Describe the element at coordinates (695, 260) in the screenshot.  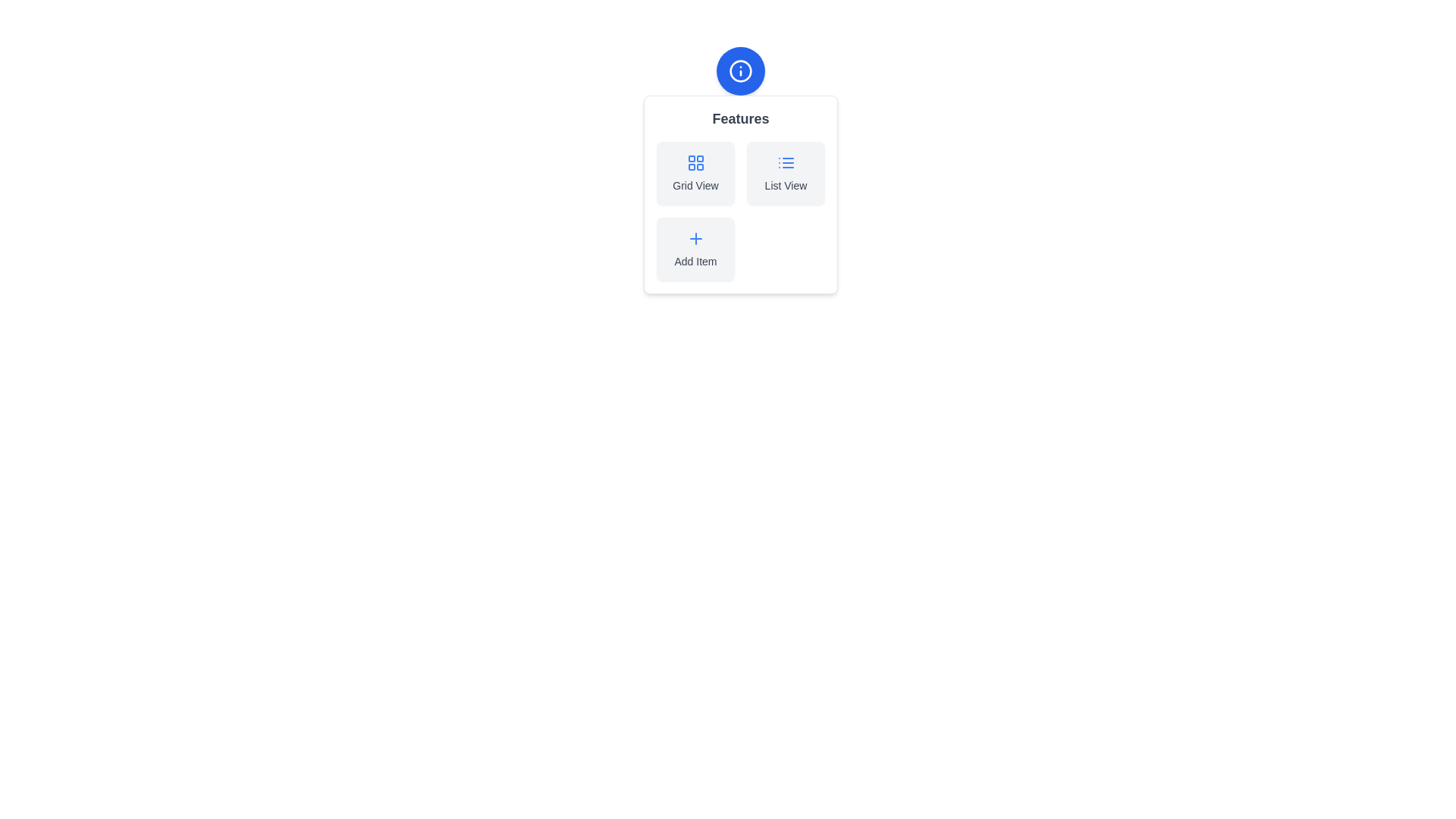
I see `the 'Add Item' text label, which is displayed in a smaller gray font below the blue '+' icon, centrally aligned within its card-like button component` at that location.